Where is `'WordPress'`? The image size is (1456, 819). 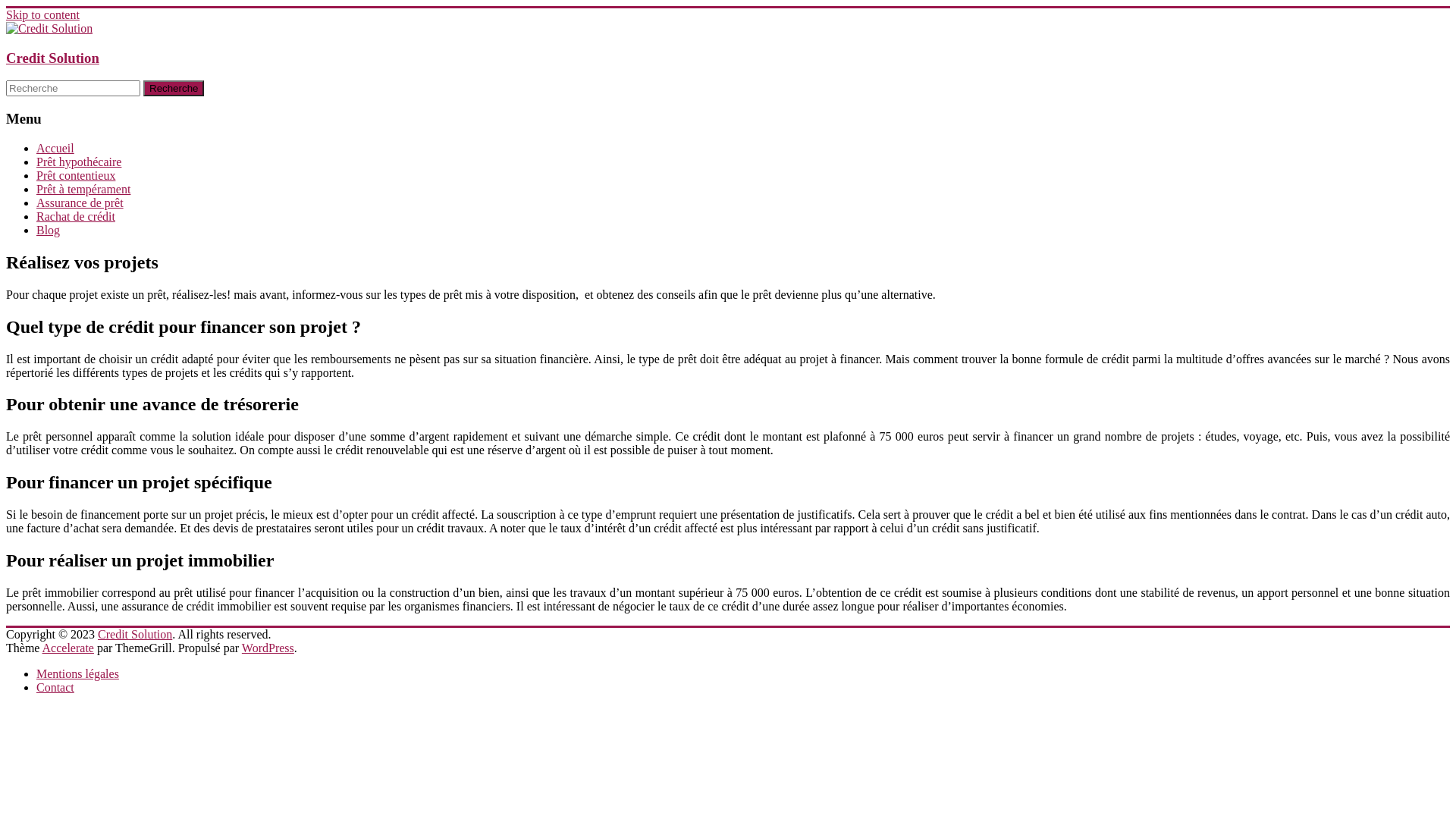 'WordPress' is located at coordinates (240, 648).